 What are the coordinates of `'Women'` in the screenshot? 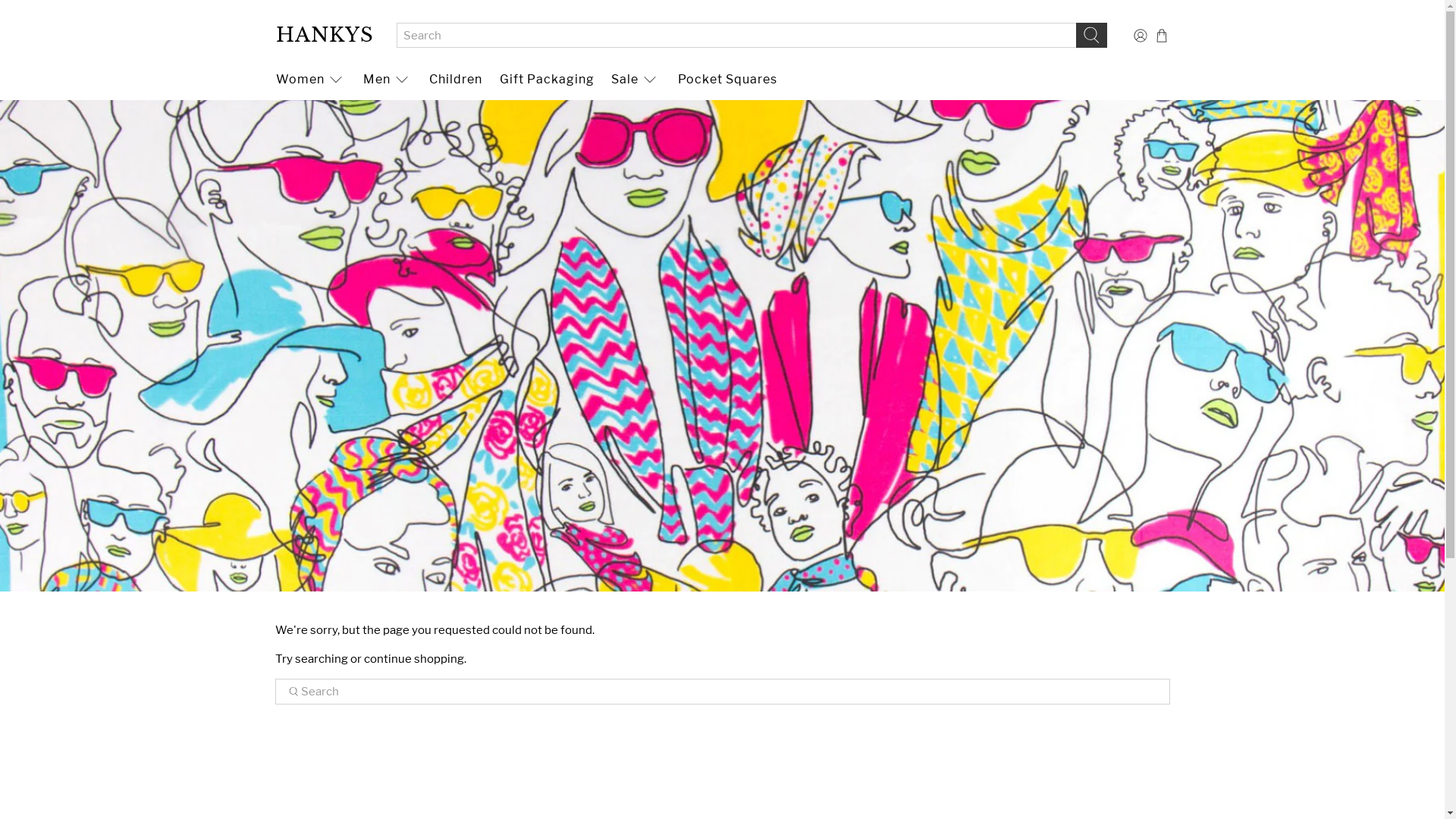 It's located at (309, 79).